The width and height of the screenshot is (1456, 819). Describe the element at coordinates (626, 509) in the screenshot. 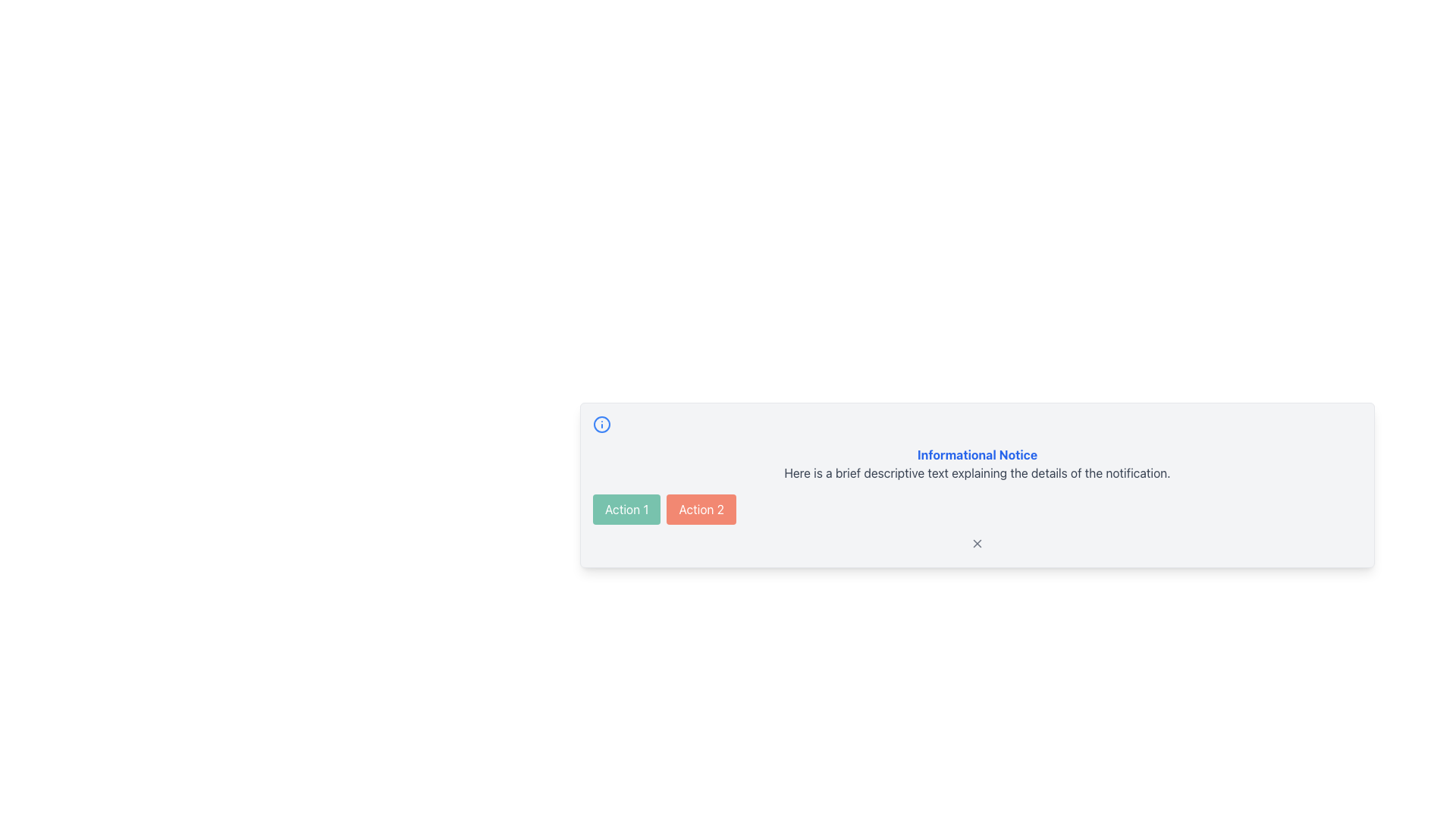

I see `the green button labeled 'Action 1'` at that location.